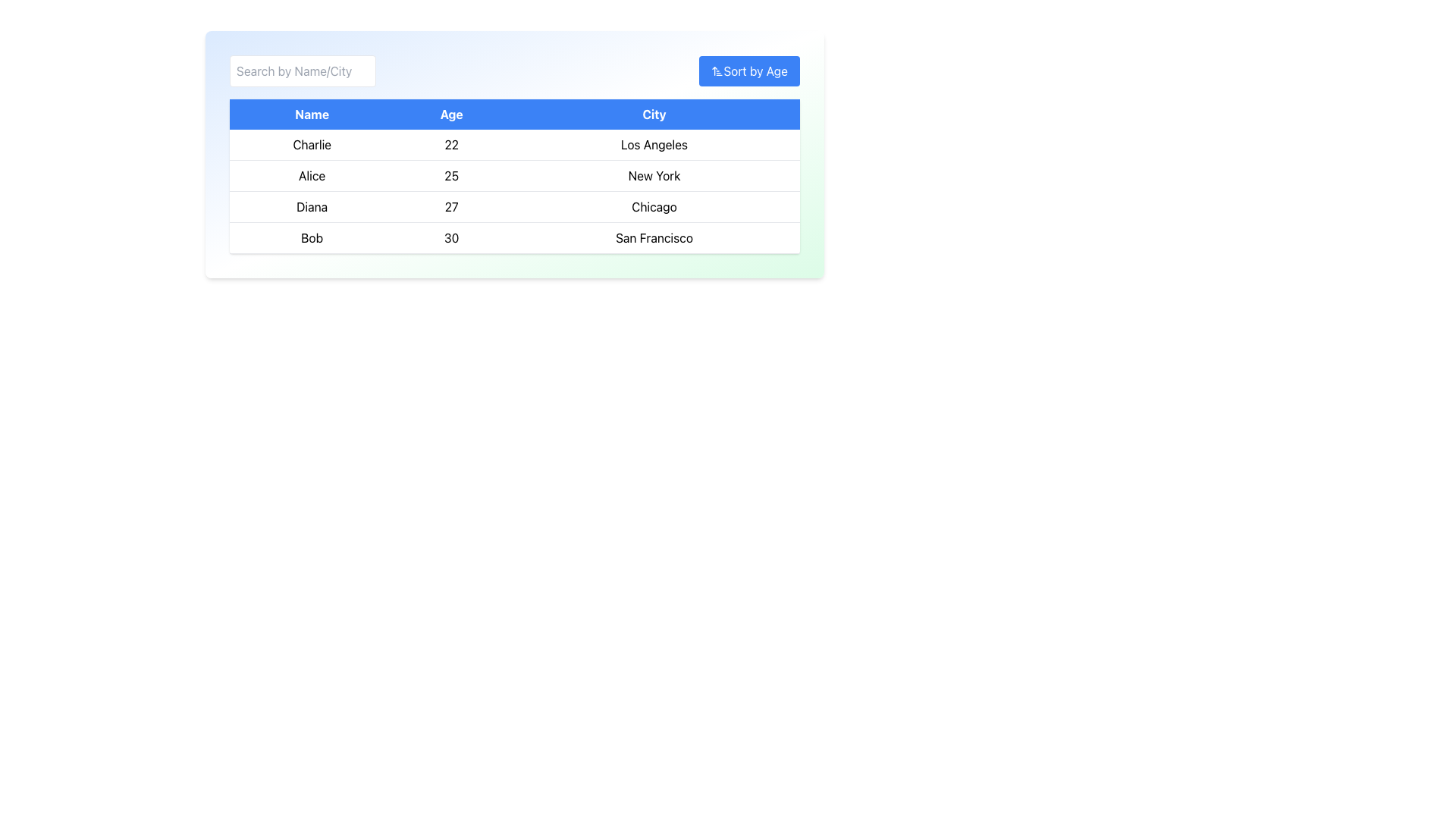 This screenshot has width=1456, height=819. I want to click on the table row containing information about the person named 'Alice', who is 25 years old and lives in New York, so click(514, 174).